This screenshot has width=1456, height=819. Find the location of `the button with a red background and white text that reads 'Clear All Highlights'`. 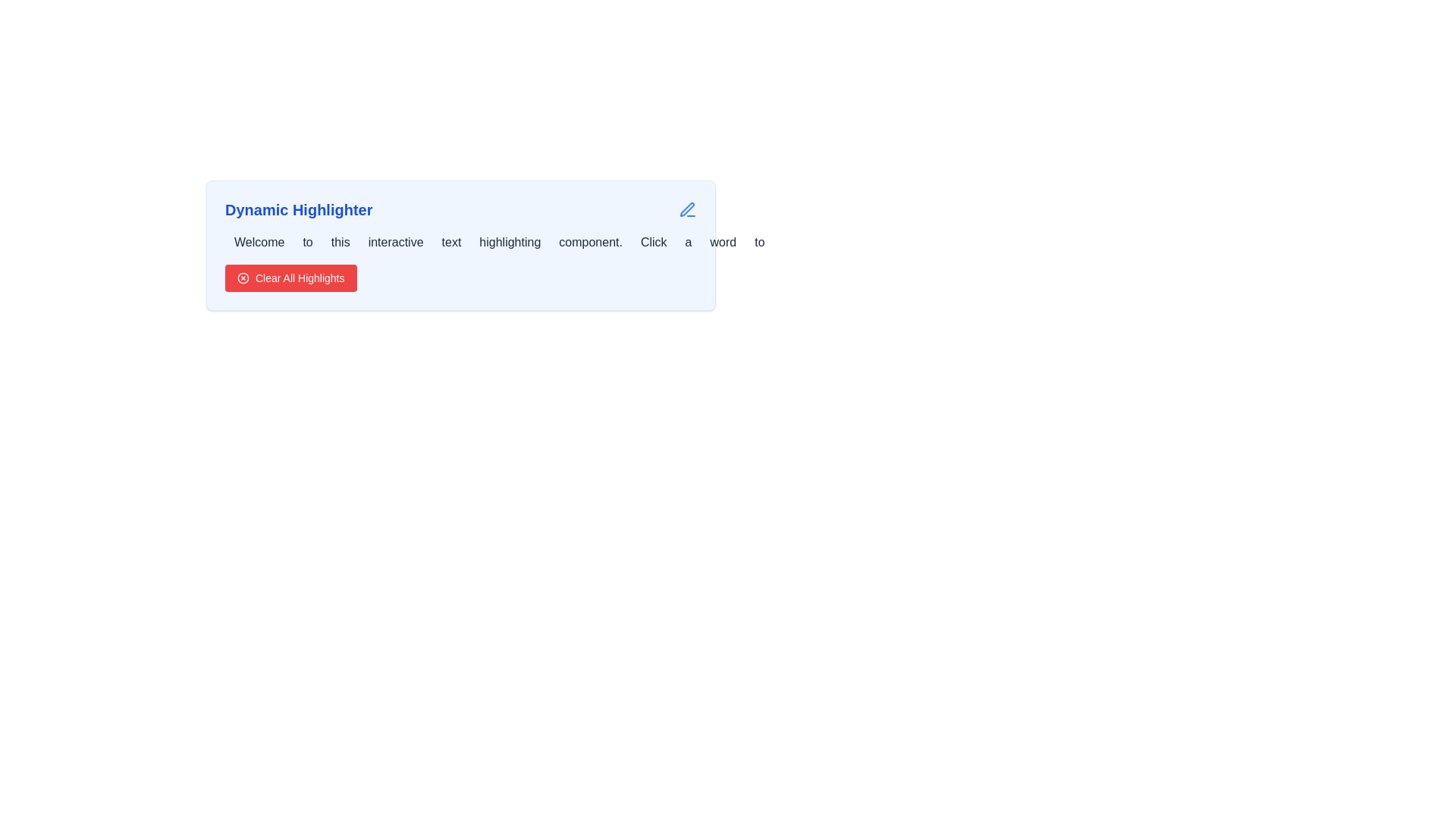

the button with a red background and white text that reads 'Clear All Highlights' is located at coordinates (290, 278).